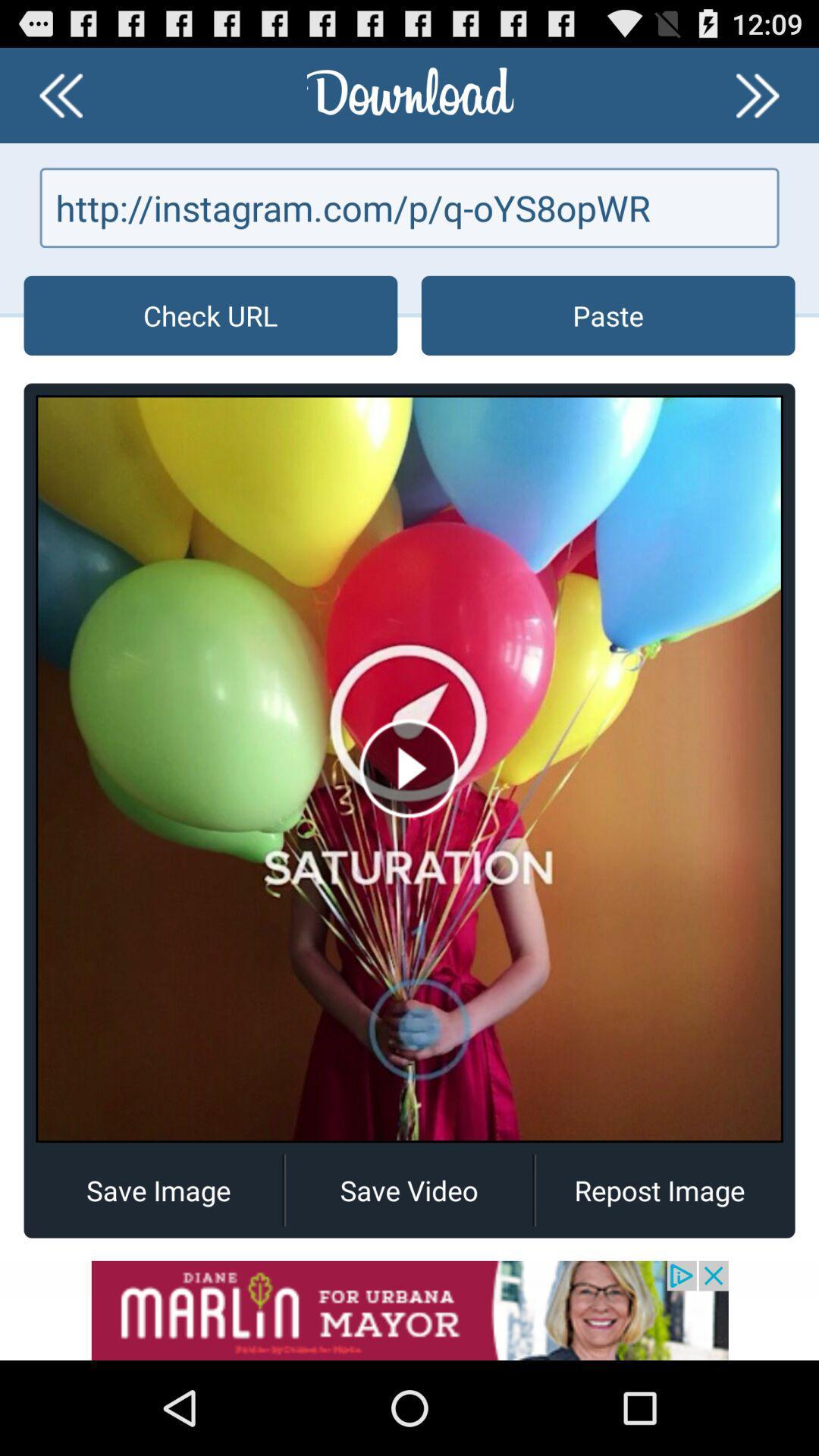 The width and height of the screenshot is (819, 1456). Describe the element at coordinates (60, 94) in the screenshot. I see `go back` at that location.